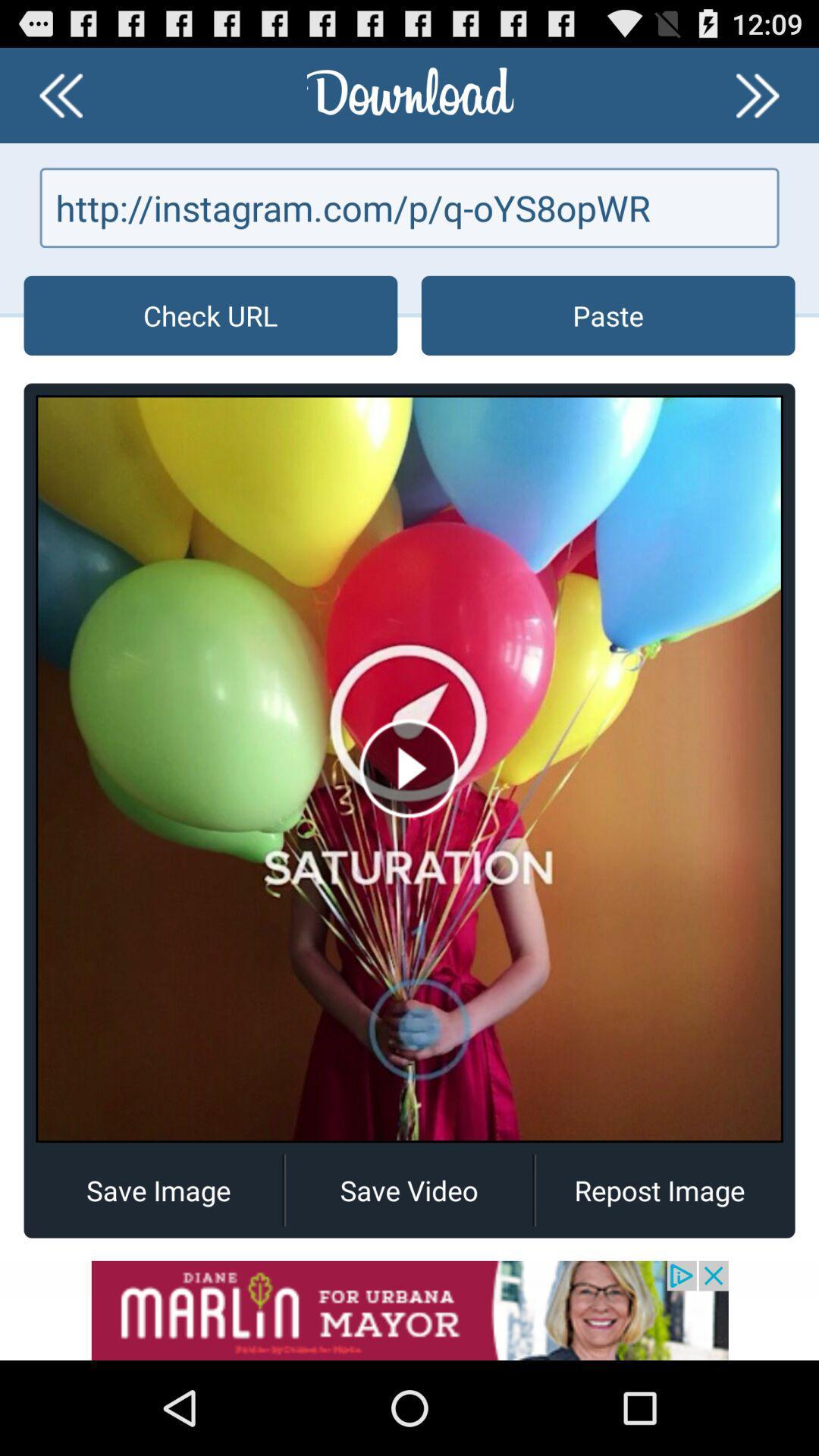 The width and height of the screenshot is (819, 1456). Describe the element at coordinates (60, 94) in the screenshot. I see `go back` at that location.